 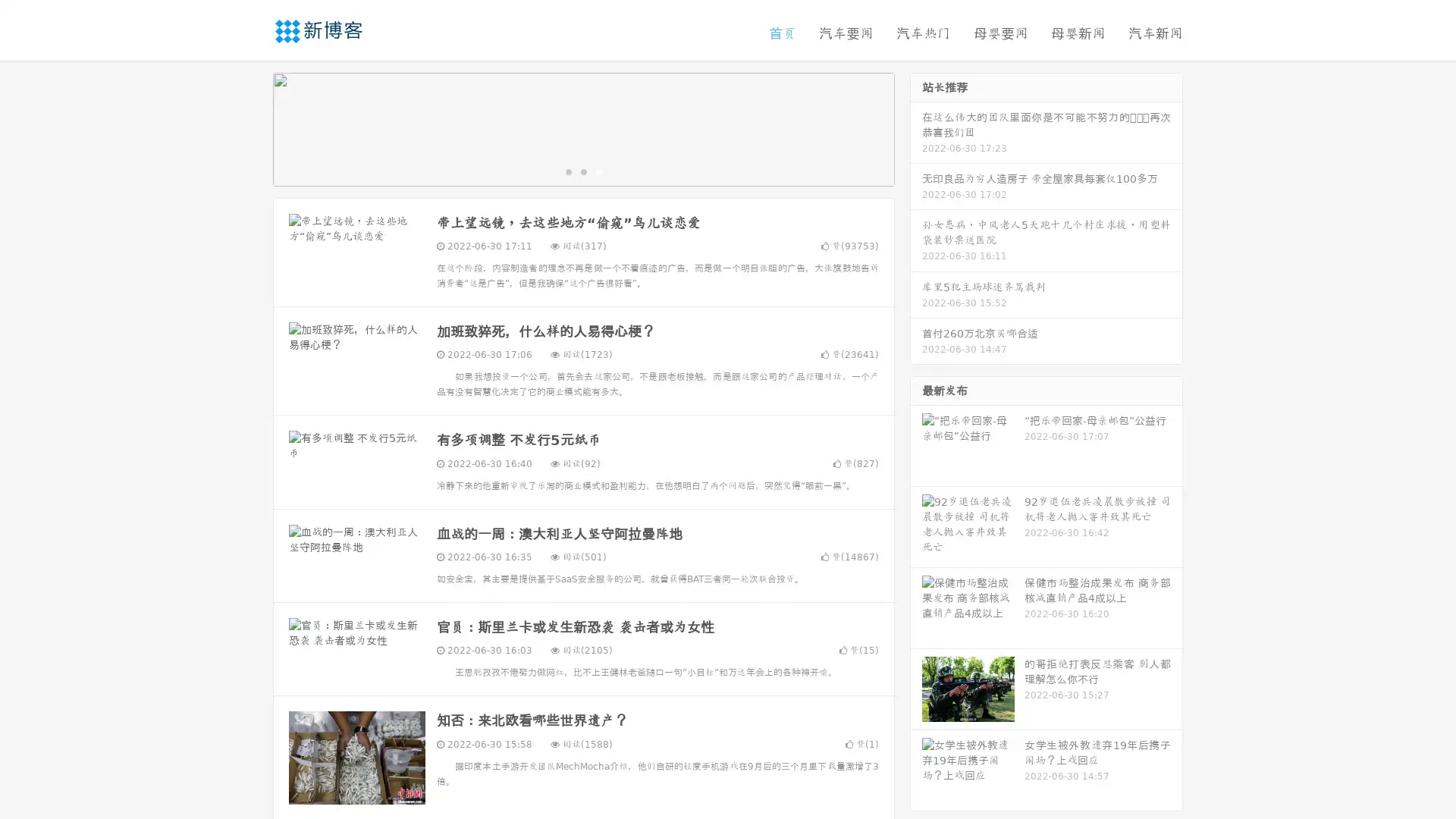 What do you see at coordinates (250, 127) in the screenshot?
I see `Previous slide` at bounding box center [250, 127].